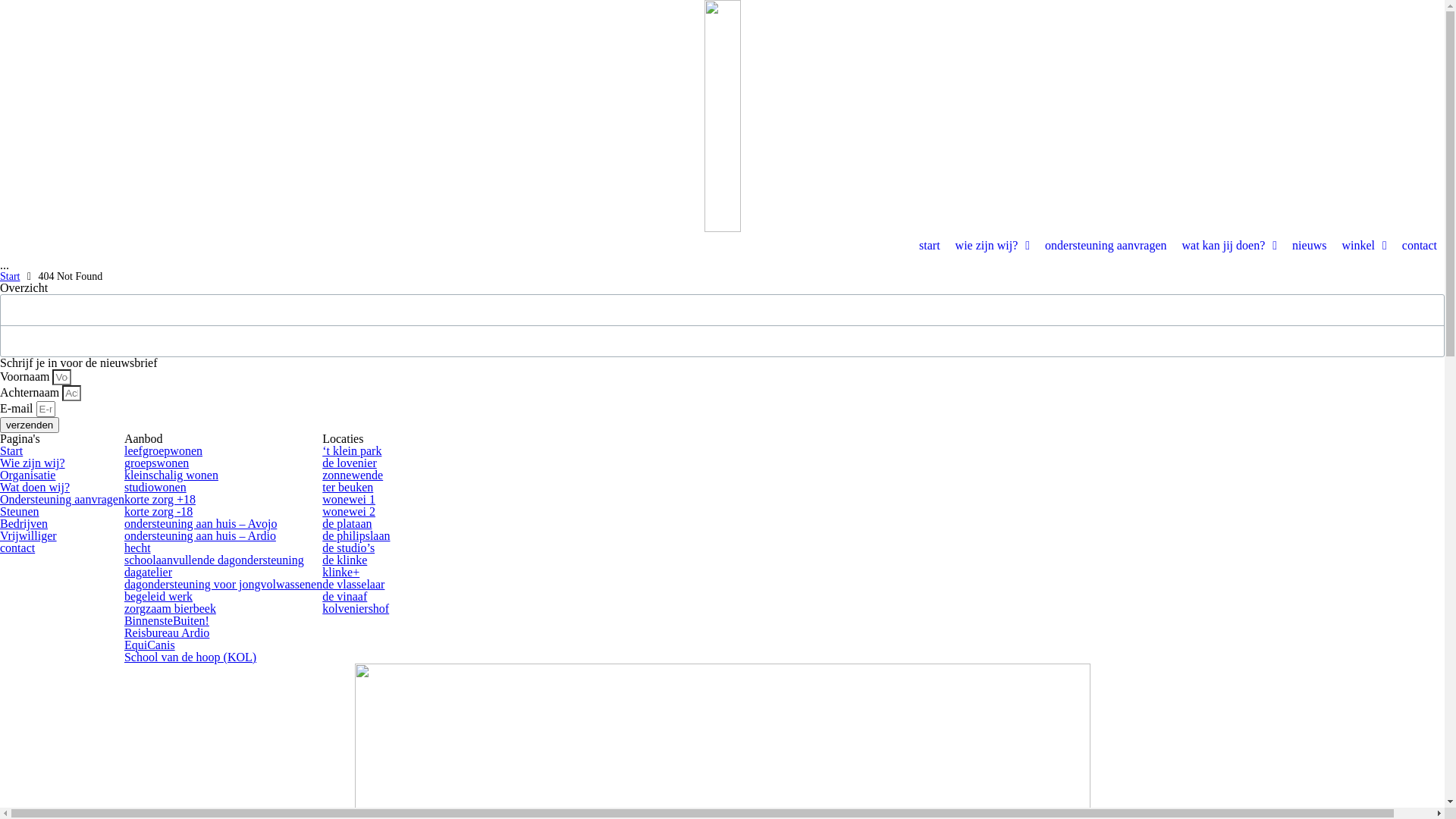  Describe the element at coordinates (19, 511) in the screenshot. I see `'Steunen'` at that location.